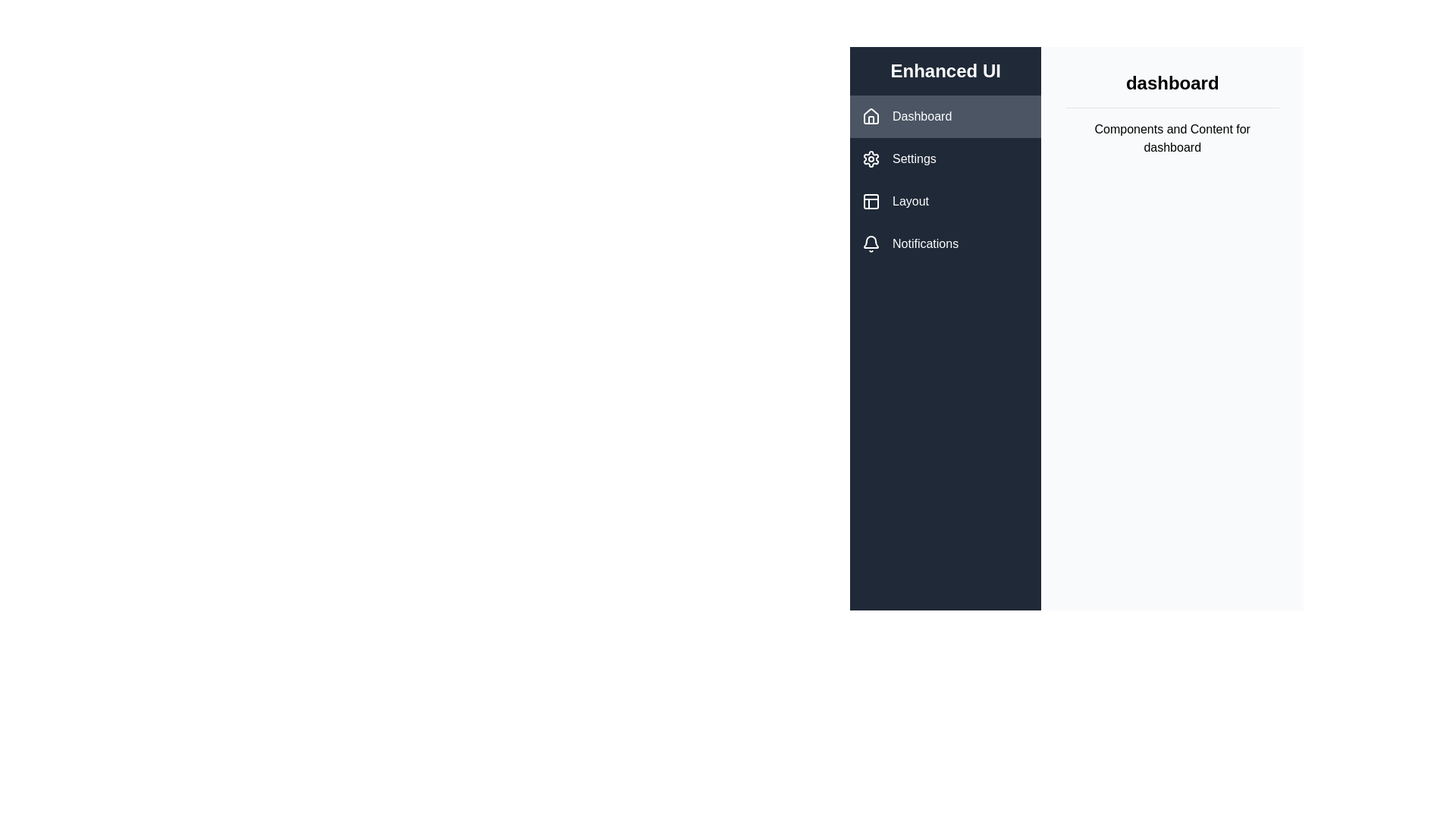 This screenshot has width=1456, height=819. Describe the element at coordinates (945, 201) in the screenshot. I see `the Layout navigation tab to navigate to its section` at that location.